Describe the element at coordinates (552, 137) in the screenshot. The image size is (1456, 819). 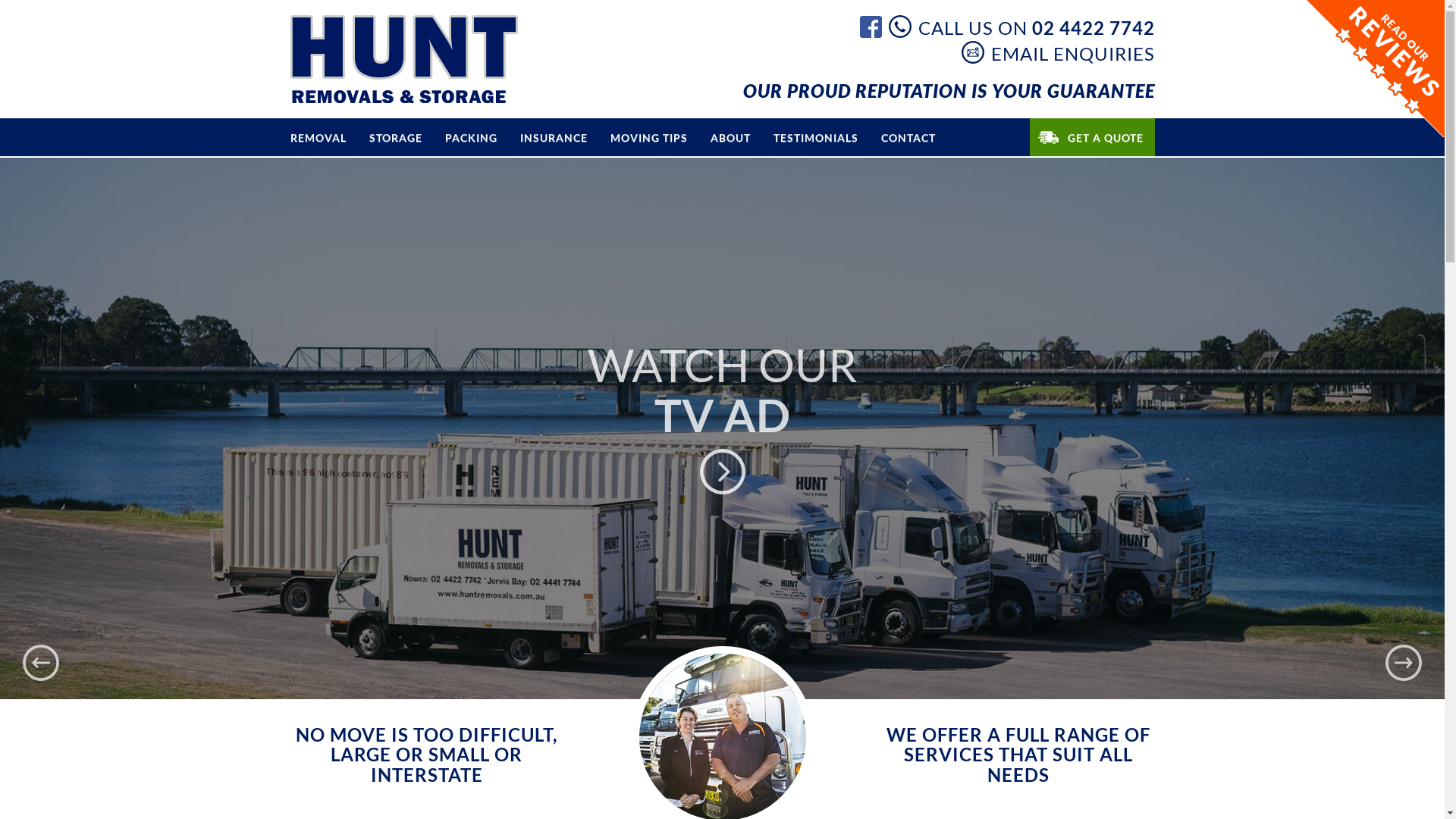
I see `'INSURANCE'` at that location.